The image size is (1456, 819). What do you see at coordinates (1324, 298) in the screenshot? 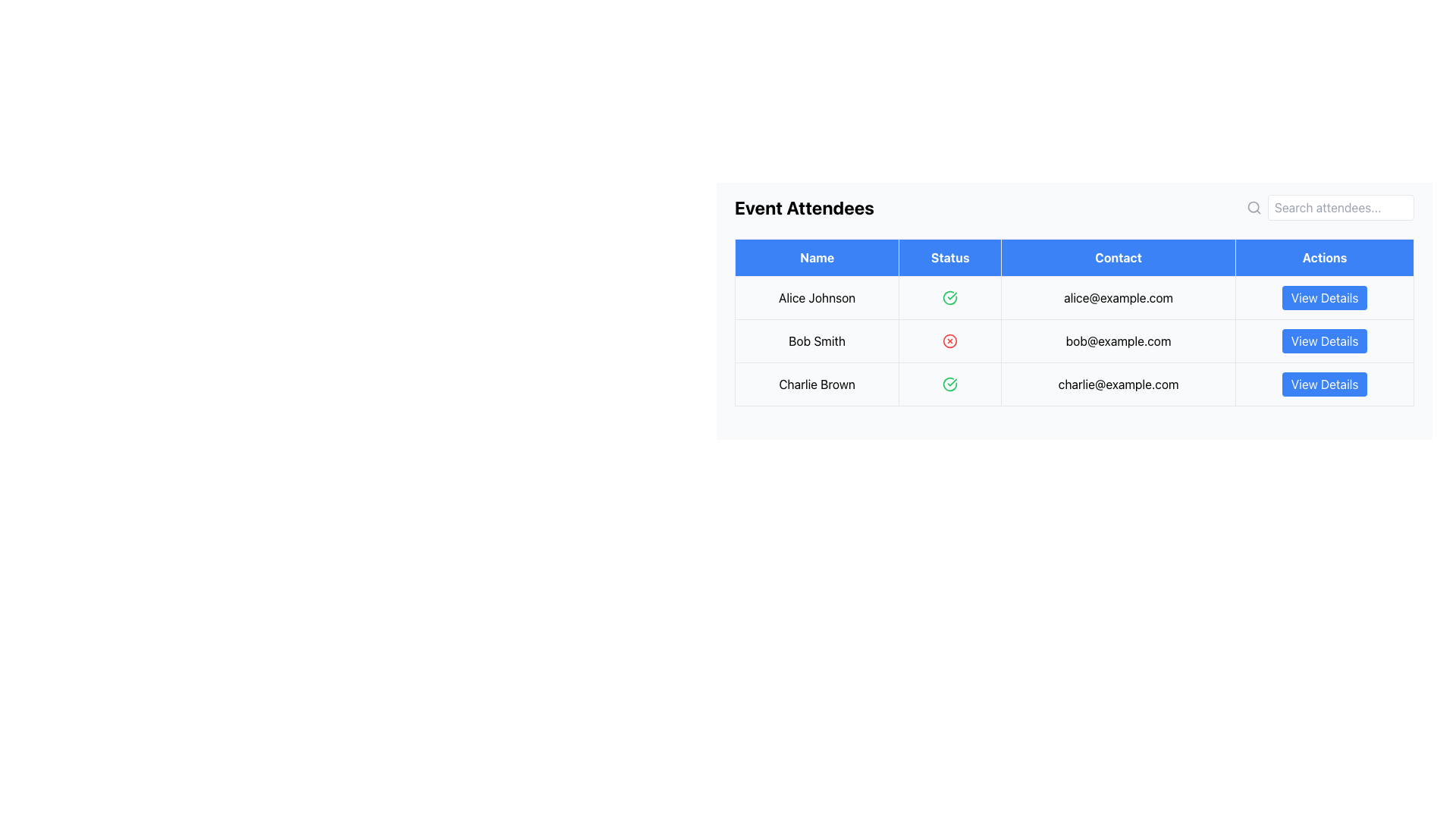
I see `the rectangular button with a blue background and white text reading 'View Details', located in the last column of the first row of the table, to change its visual state` at bounding box center [1324, 298].